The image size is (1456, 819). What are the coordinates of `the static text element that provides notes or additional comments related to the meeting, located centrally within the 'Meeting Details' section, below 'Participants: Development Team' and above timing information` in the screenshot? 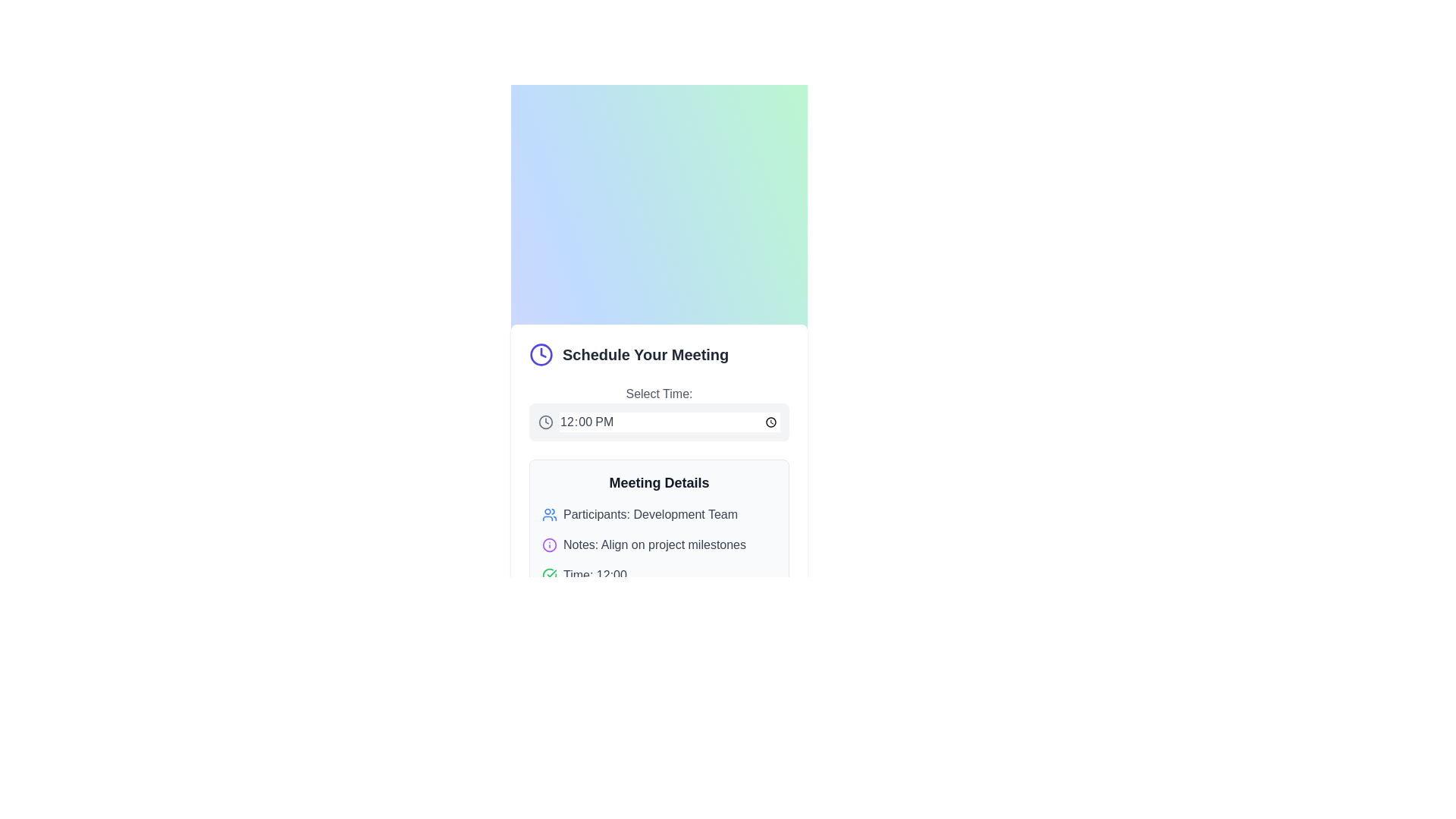 It's located at (654, 544).